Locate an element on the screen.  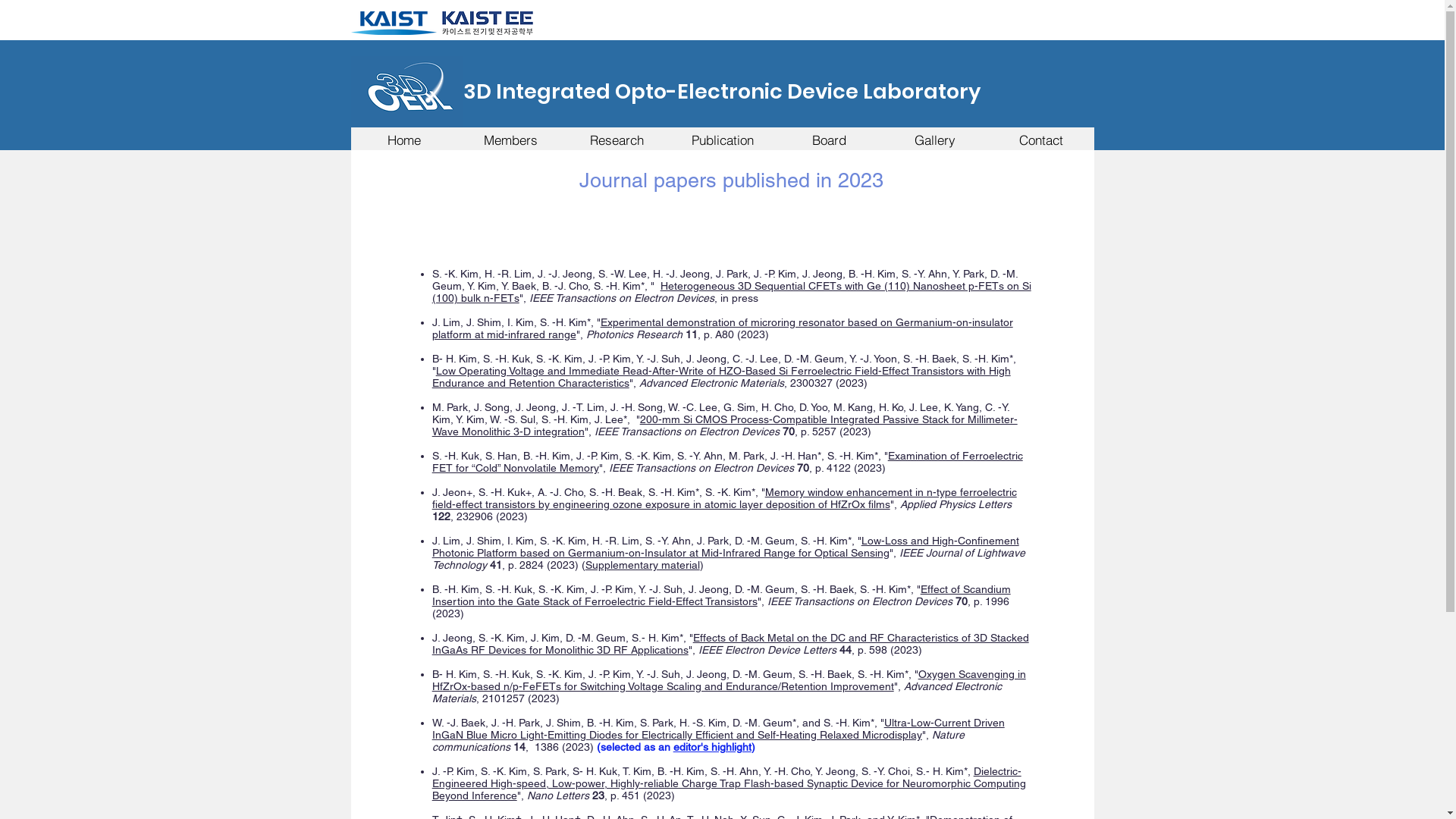
'Board' is located at coordinates (827, 140).